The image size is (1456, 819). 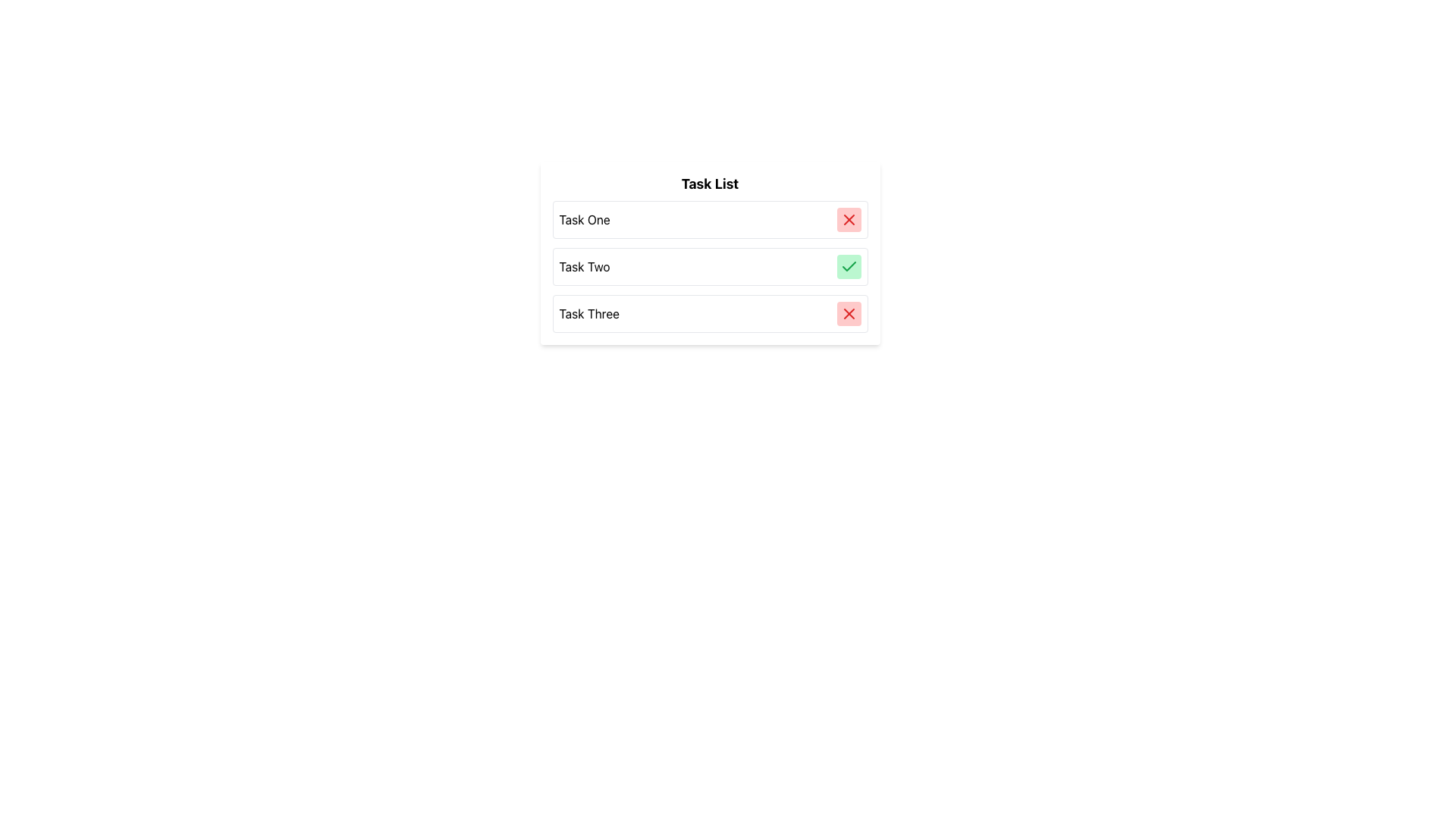 What do you see at coordinates (848, 312) in the screenshot?
I see `the 'delete' button for the 'Task Three' item` at bounding box center [848, 312].